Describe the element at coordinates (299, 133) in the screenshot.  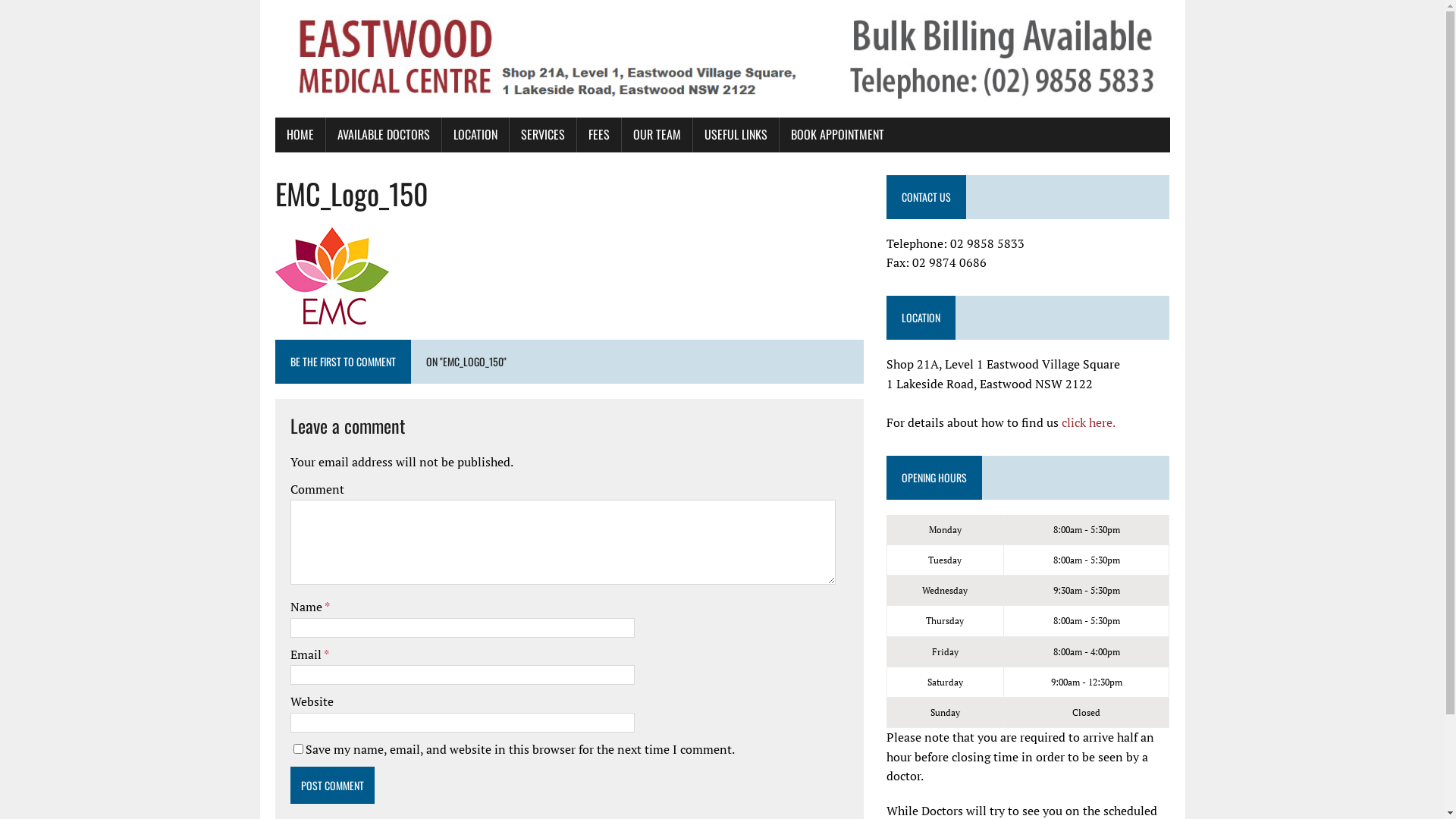
I see `'HOME'` at that location.